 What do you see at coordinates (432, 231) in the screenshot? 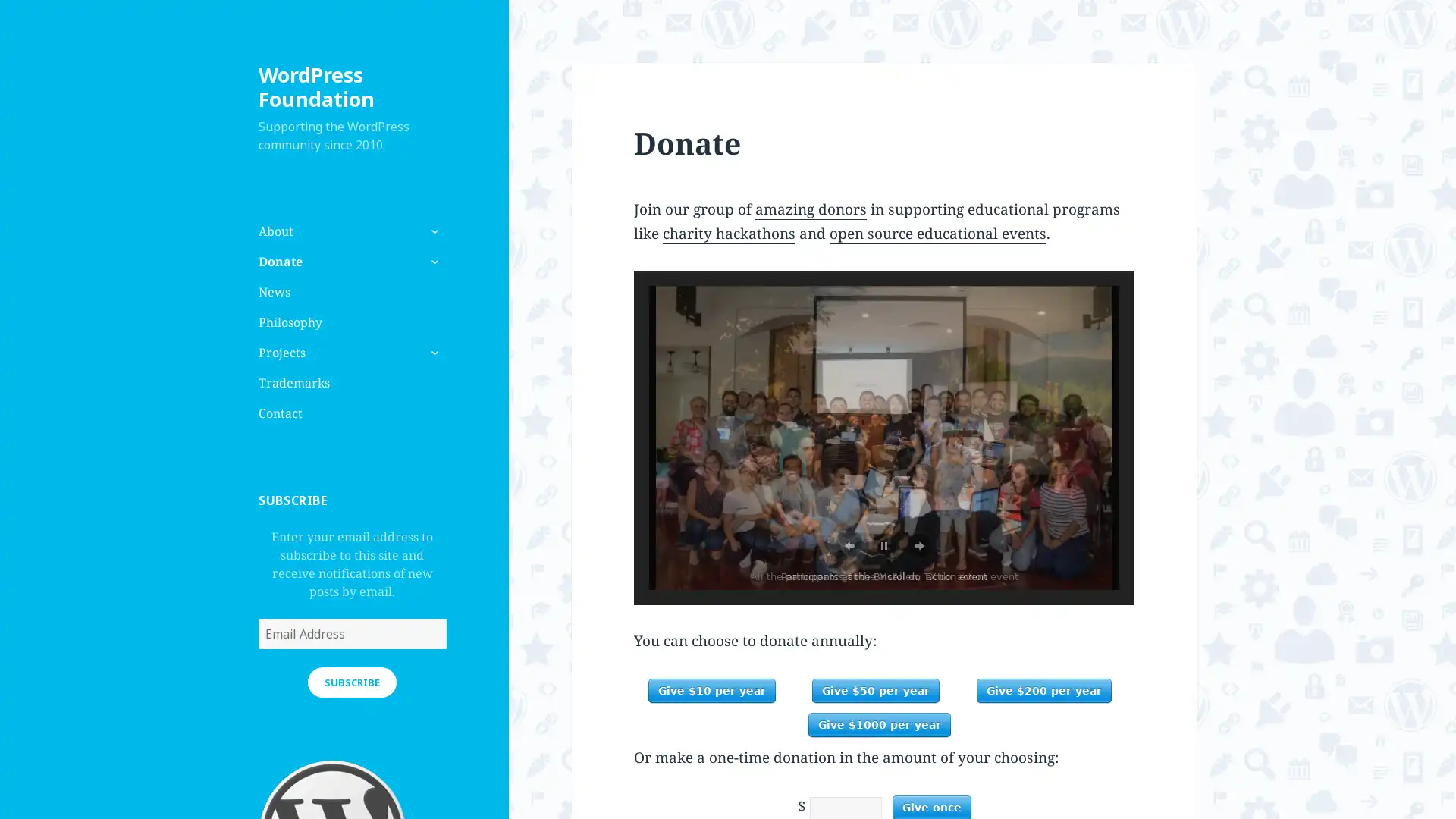
I see `expand child menu` at bounding box center [432, 231].